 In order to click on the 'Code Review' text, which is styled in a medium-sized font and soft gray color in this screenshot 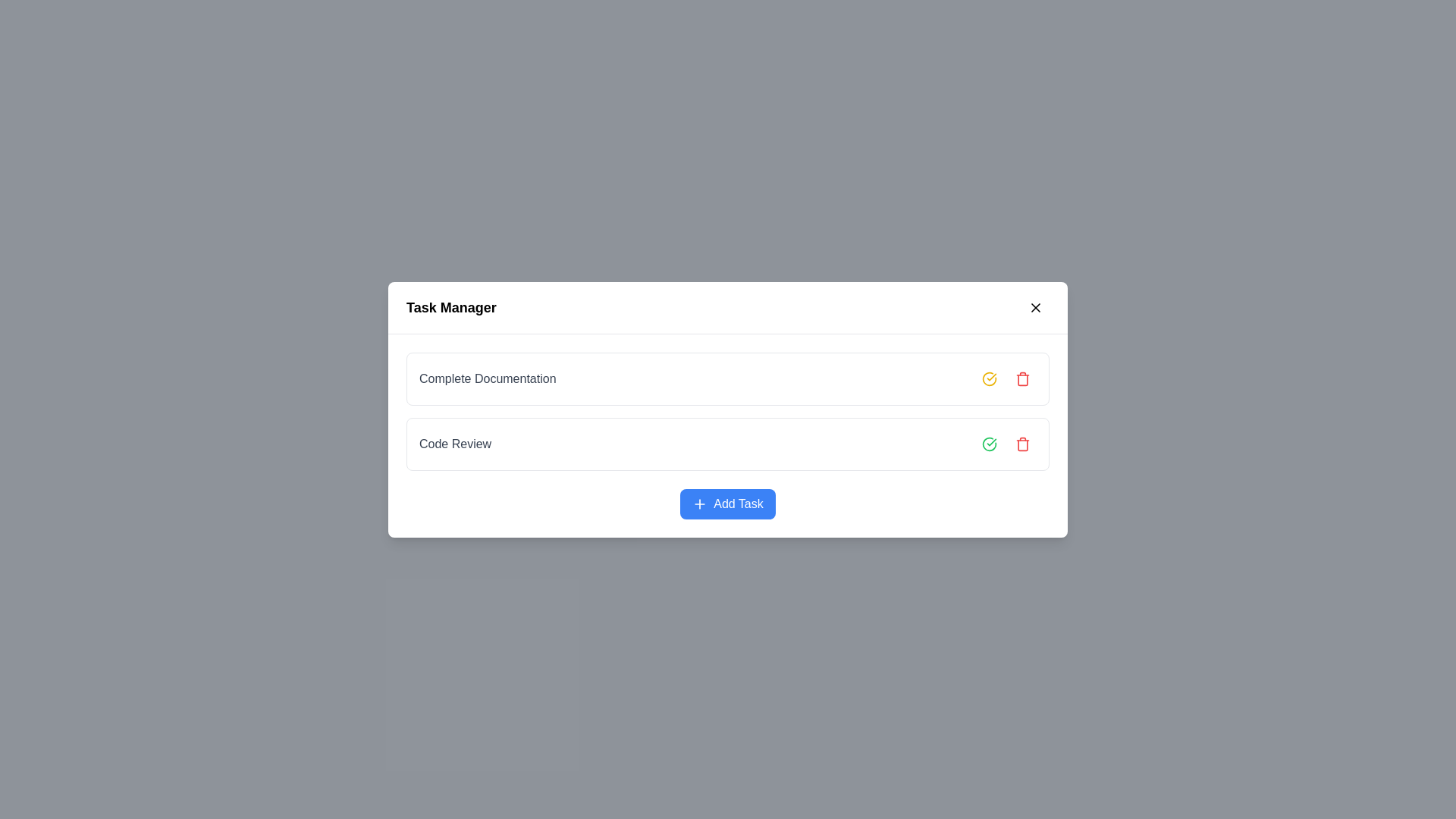, I will do `click(454, 444)`.